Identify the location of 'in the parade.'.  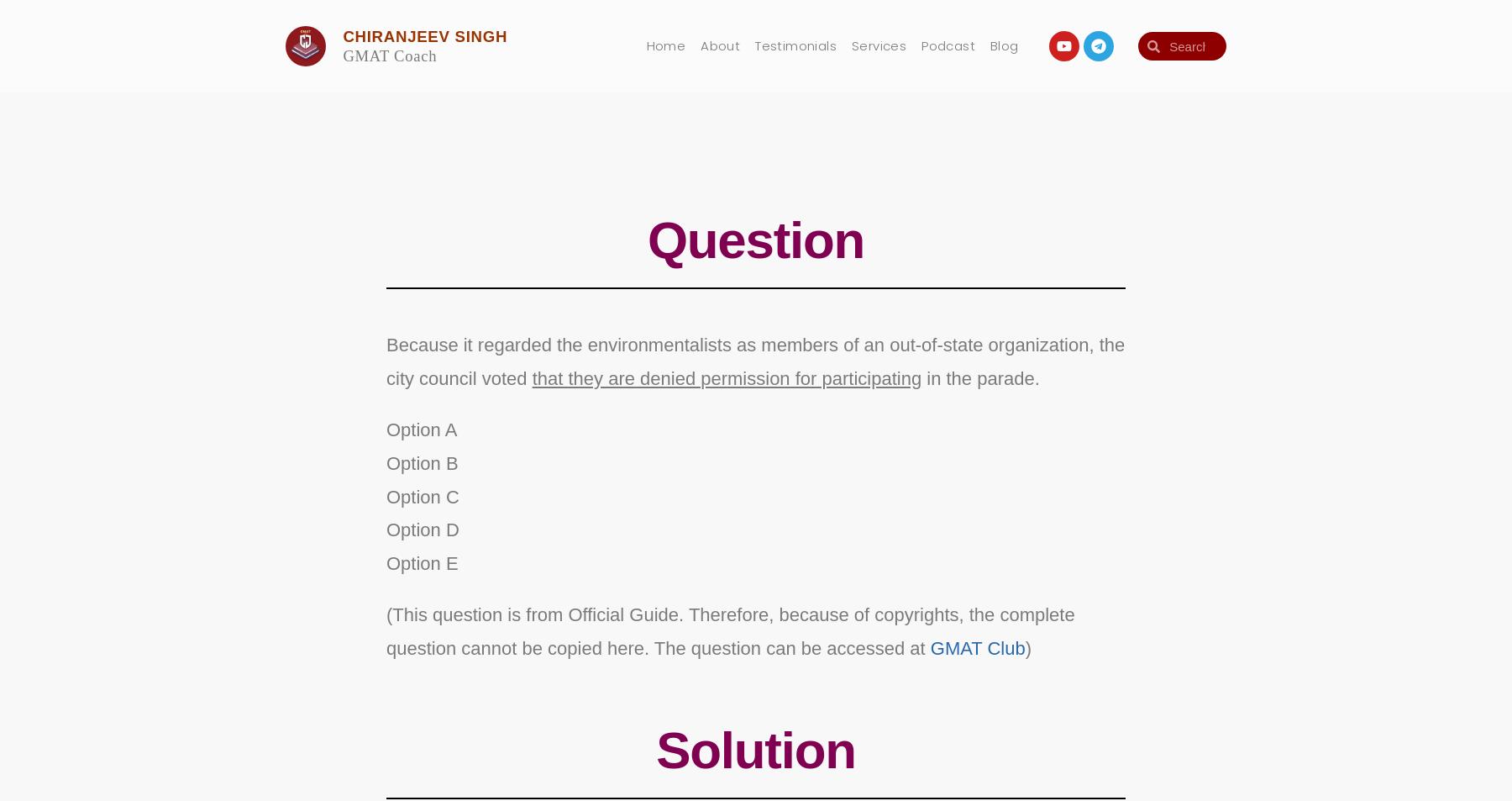
(977, 377).